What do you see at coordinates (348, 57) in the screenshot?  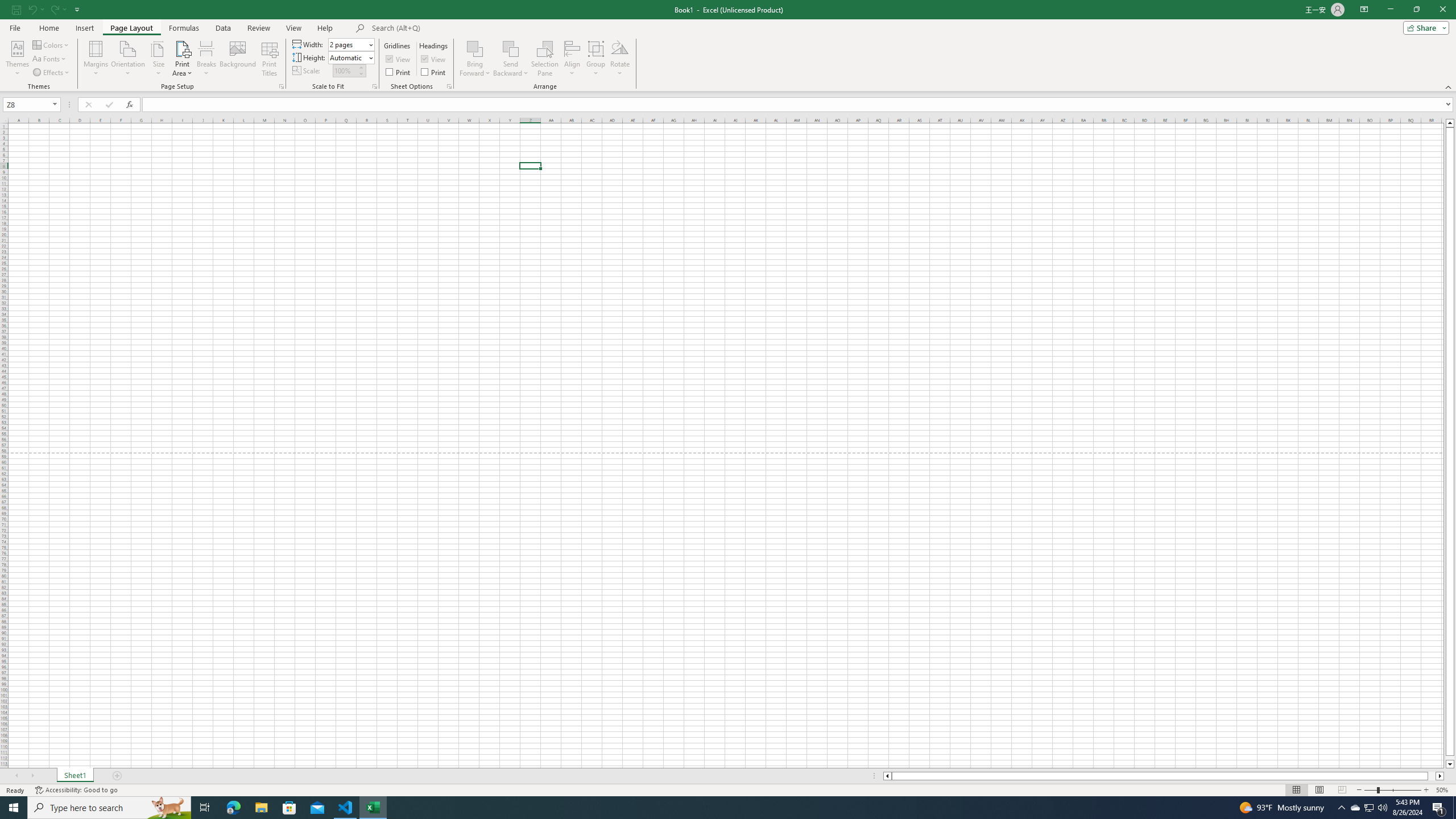 I see `'Height'` at bounding box center [348, 57].